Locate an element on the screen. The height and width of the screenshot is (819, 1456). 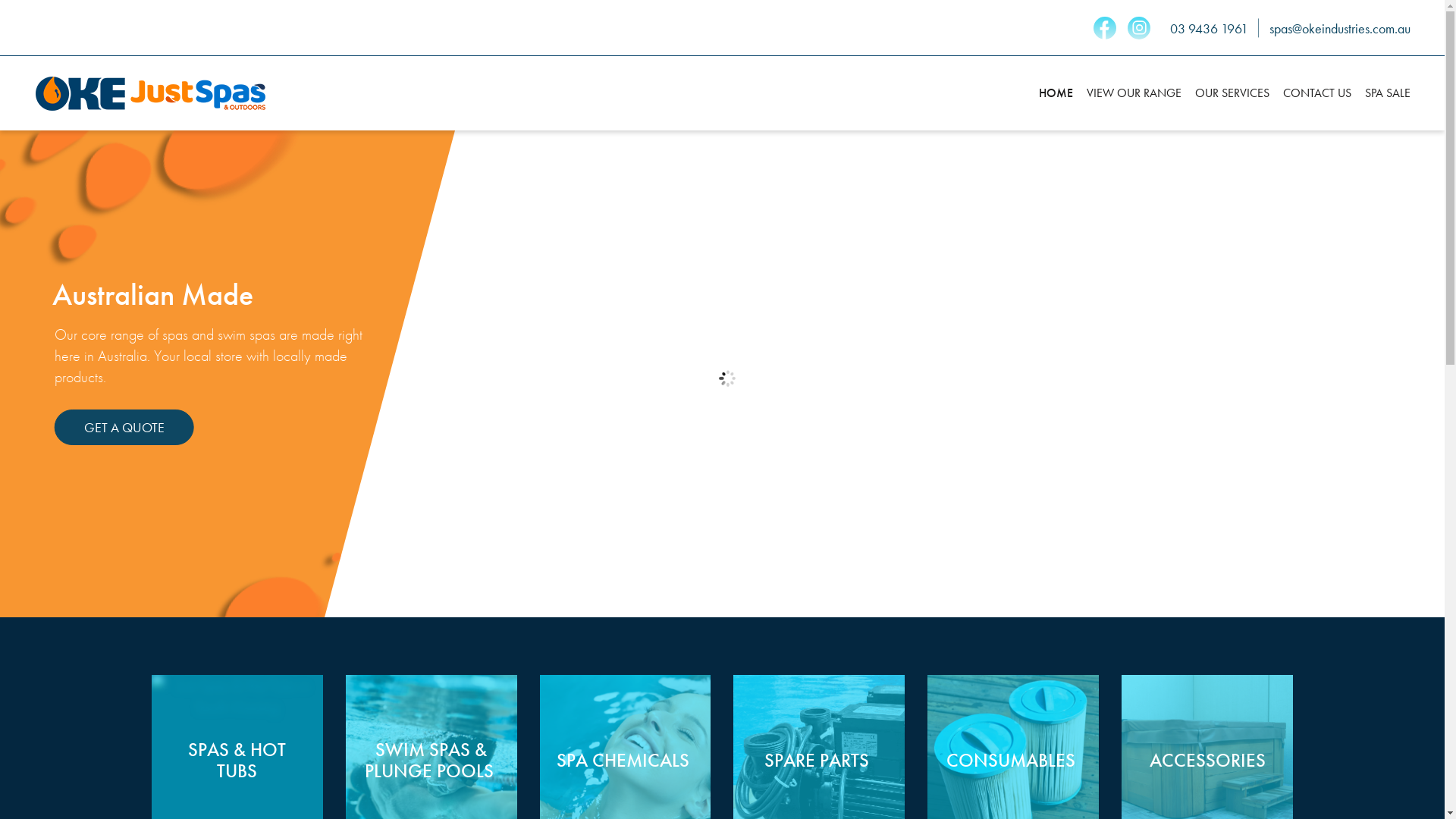
'ACCESSORIES' is located at coordinates (1207, 760).